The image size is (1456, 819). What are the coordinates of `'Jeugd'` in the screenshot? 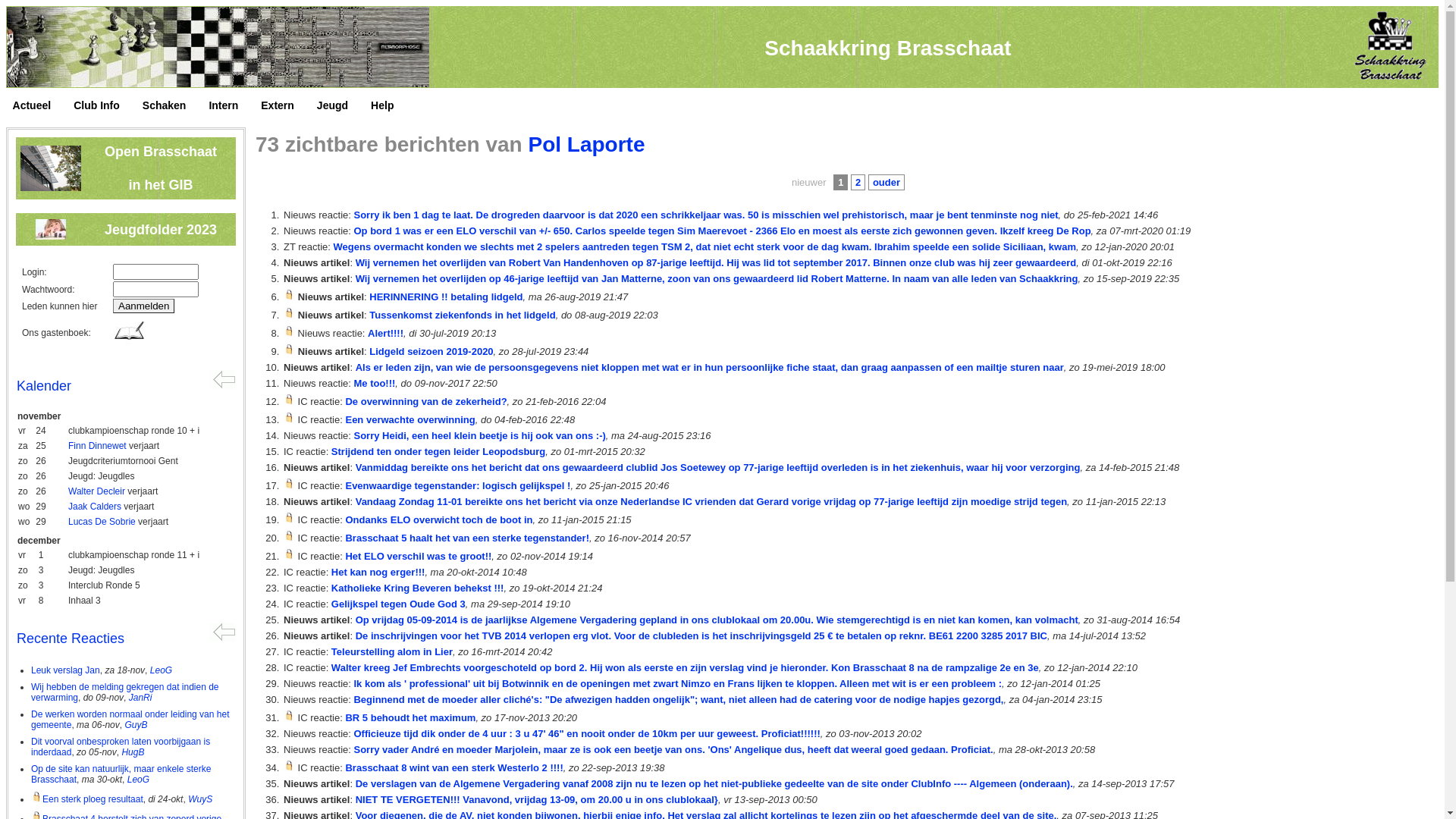 It's located at (339, 105).